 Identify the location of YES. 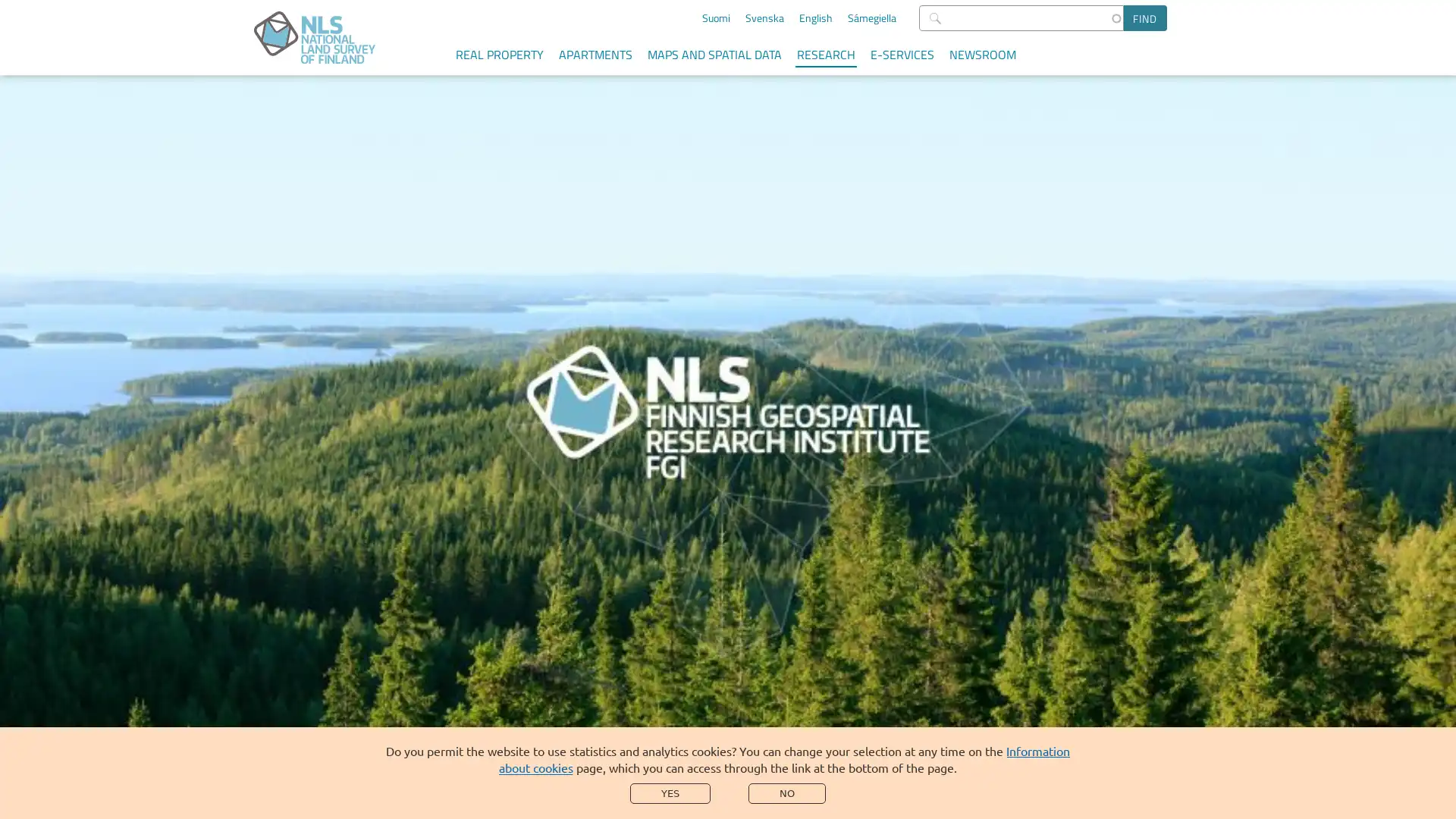
(669, 792).